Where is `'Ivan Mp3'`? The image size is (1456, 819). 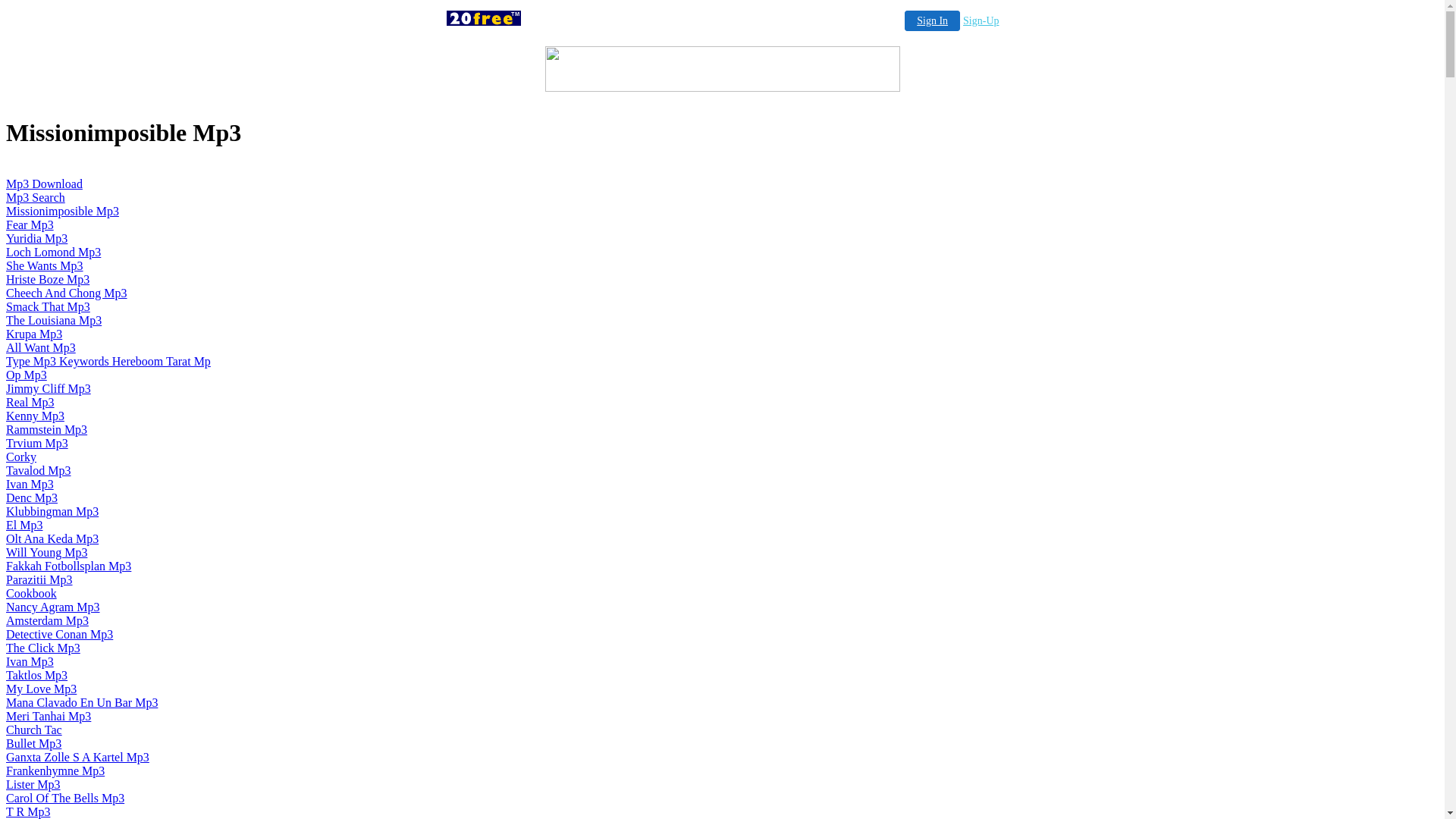
'Ivan Mp3' is located at coordinates (30, 661).